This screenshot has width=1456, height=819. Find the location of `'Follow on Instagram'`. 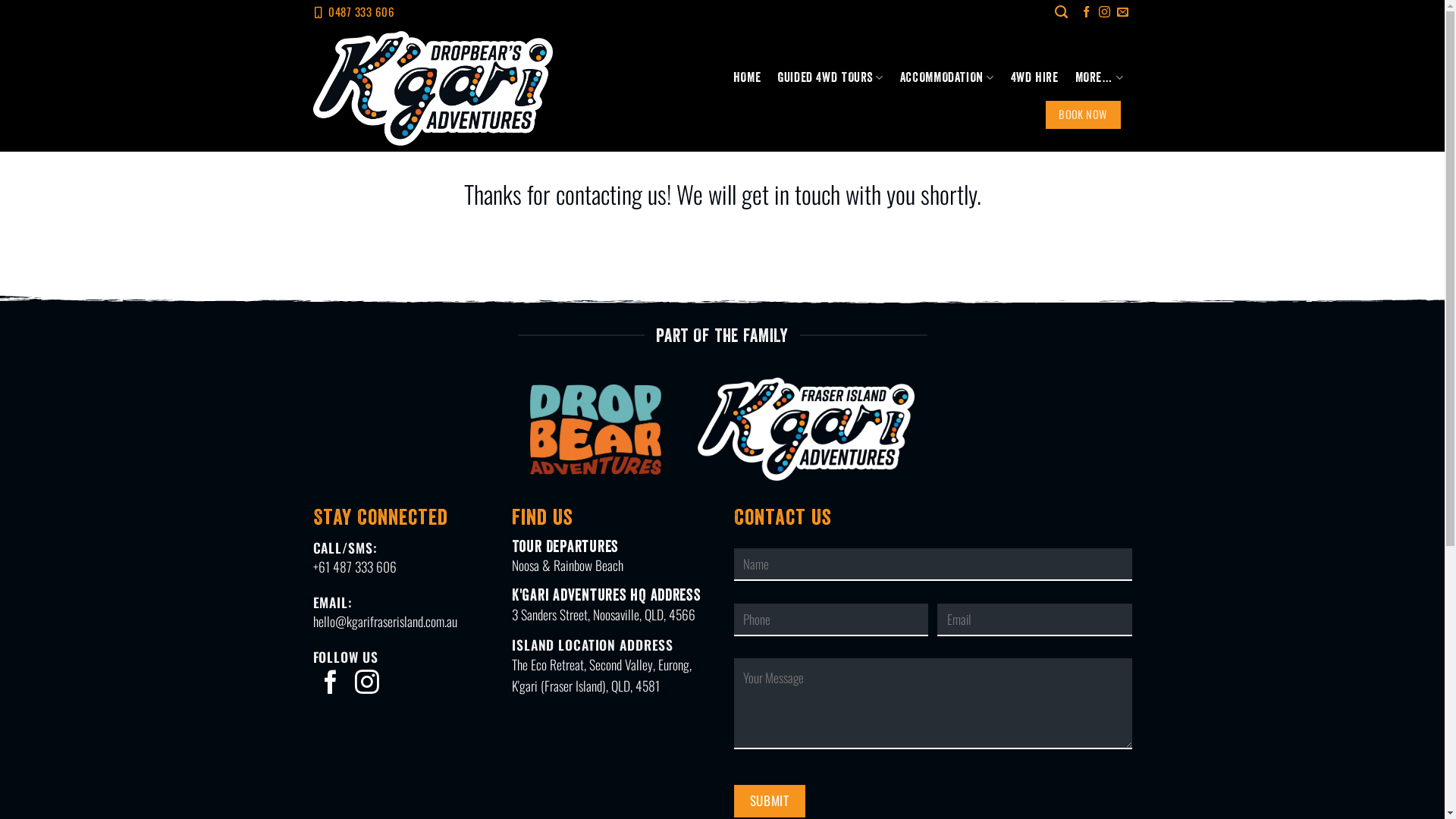

'Follow on Instagram' is located at coordinates (367, 684).